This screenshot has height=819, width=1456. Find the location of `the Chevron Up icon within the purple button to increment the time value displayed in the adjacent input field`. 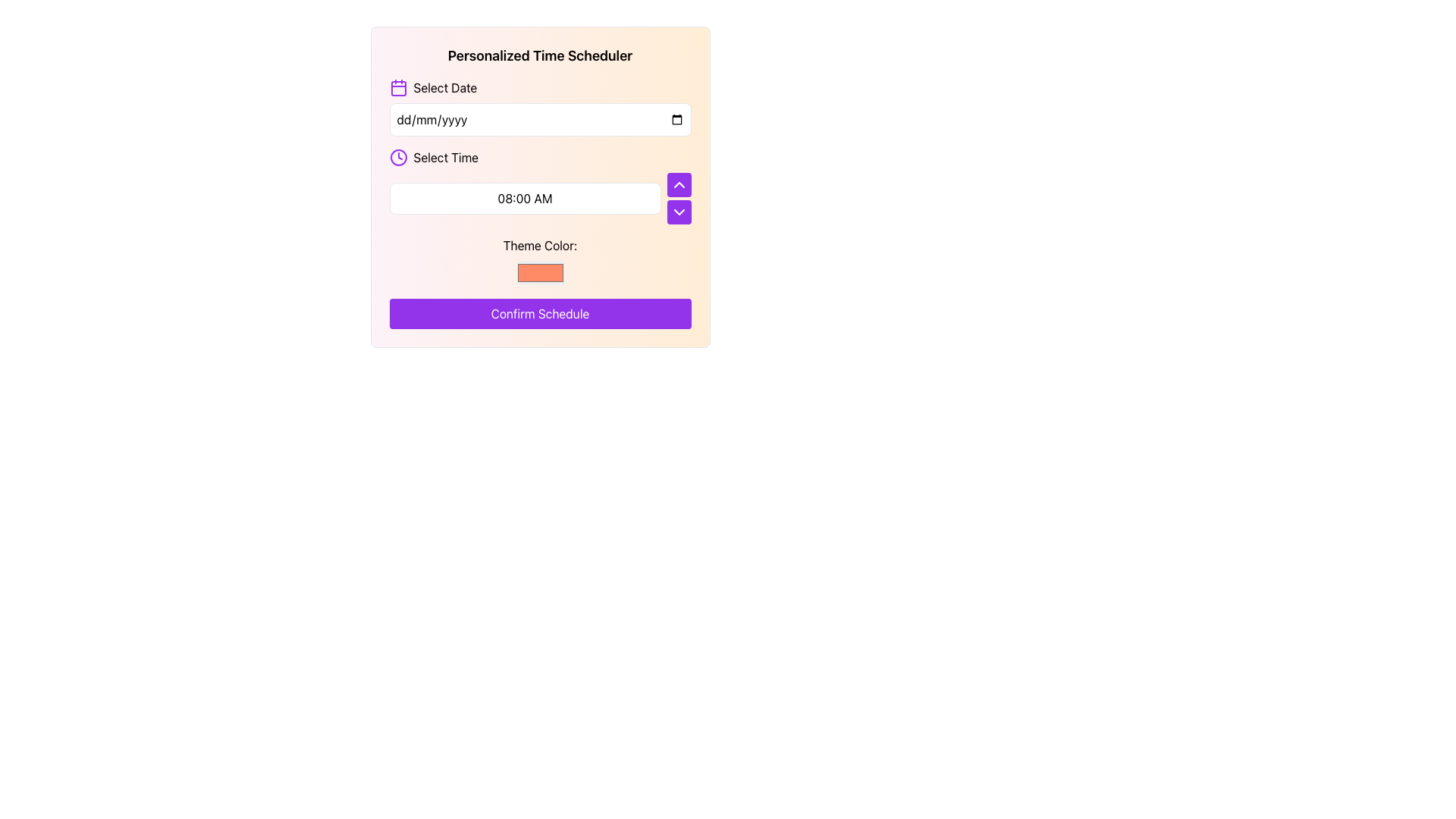

the Chevron Up icon within the purple button to increment the time value displayed in the adjacent input field is located at coordinates (678, 184).